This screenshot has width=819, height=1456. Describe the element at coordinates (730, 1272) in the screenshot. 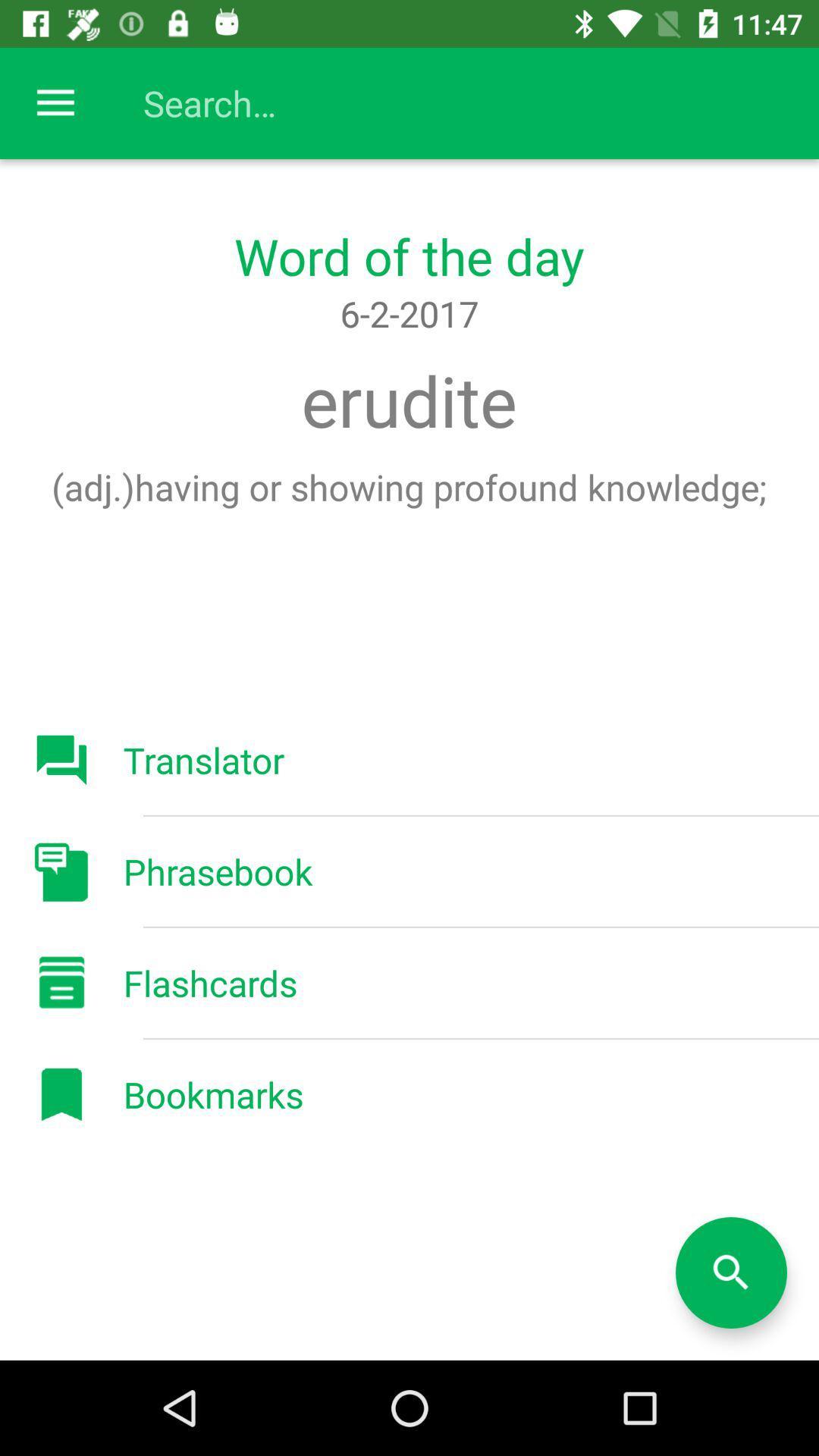

I see `the search icon` at that location.